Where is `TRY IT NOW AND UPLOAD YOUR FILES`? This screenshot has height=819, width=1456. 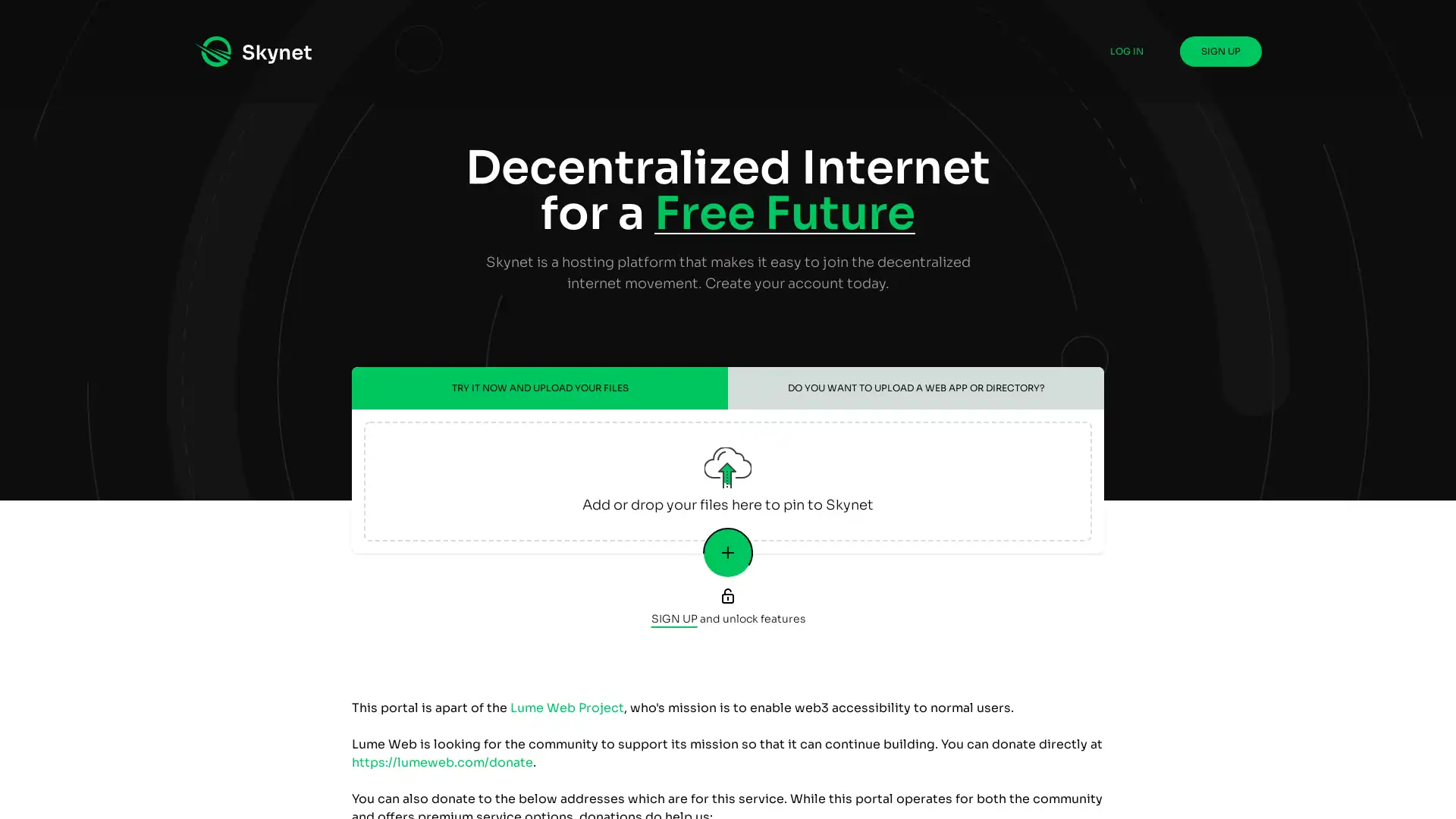 TRY IT NOW AND UPLOAD YOUR FILES is located at coordinates (539, 388).